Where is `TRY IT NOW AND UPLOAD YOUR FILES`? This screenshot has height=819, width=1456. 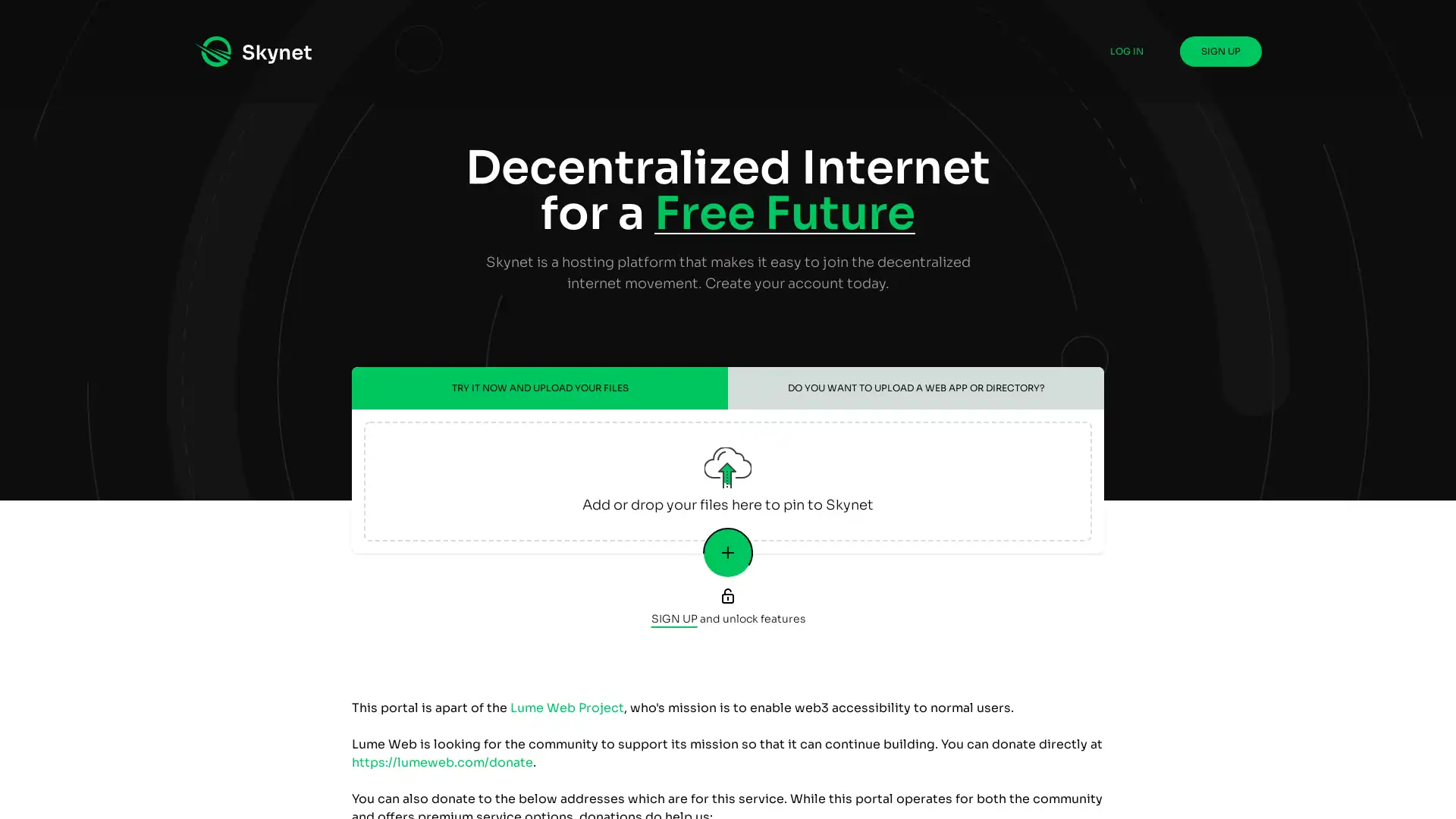 TRY IT NOW AND UPLOAD YOUR FILES is located at coordinates (539, 388).